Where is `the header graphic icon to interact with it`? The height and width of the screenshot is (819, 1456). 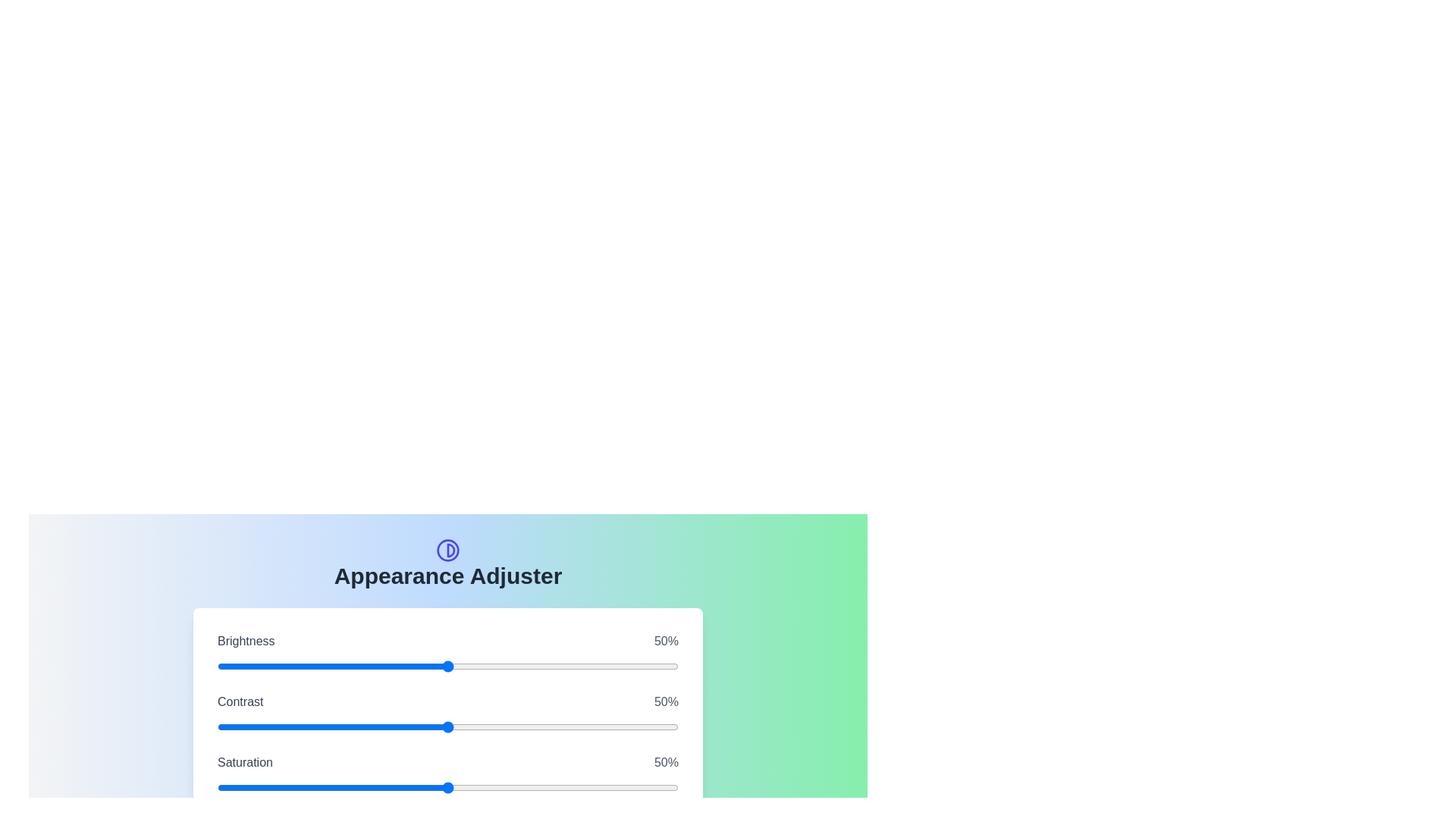
the header graphic icon to interact with it is located at coordinates (447, 550).